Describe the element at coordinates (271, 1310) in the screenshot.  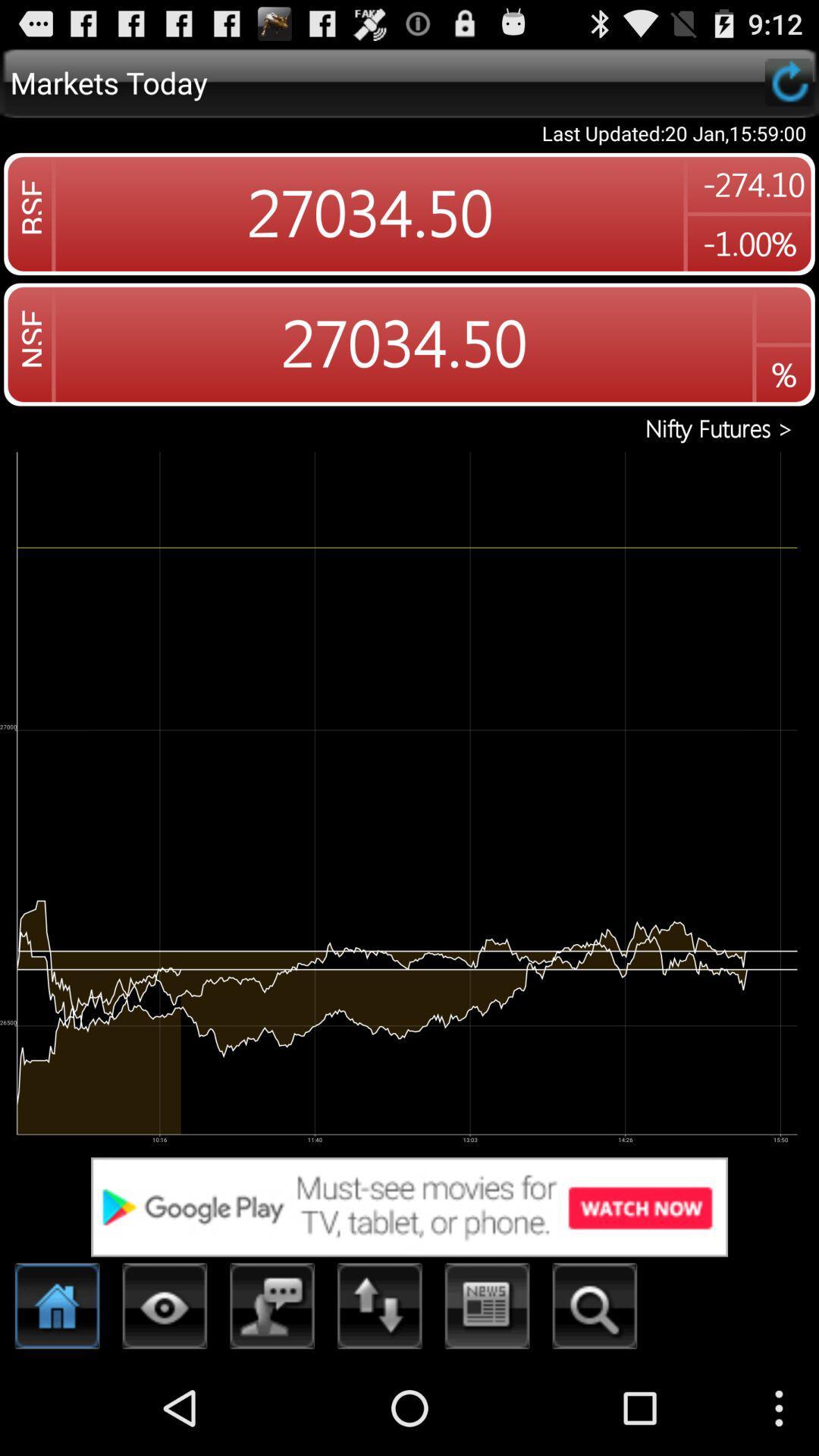
I see `contact` at that location.